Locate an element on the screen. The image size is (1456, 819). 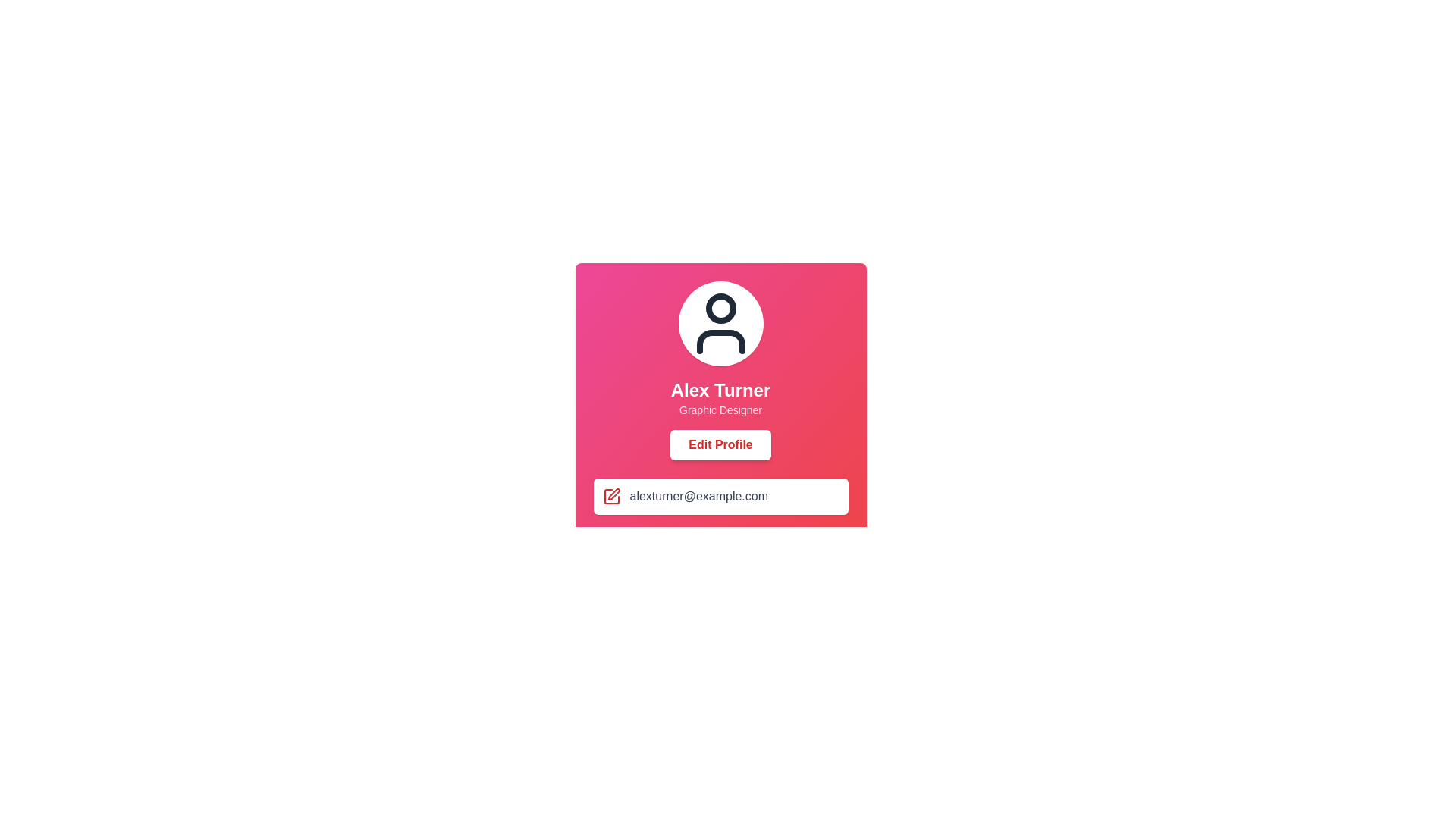
the profile editing button located centrally in the profile card section, below the 'Graphic Designer' text and above the email input field, to initiate the profile editing action is located at coordinates (720, 444).